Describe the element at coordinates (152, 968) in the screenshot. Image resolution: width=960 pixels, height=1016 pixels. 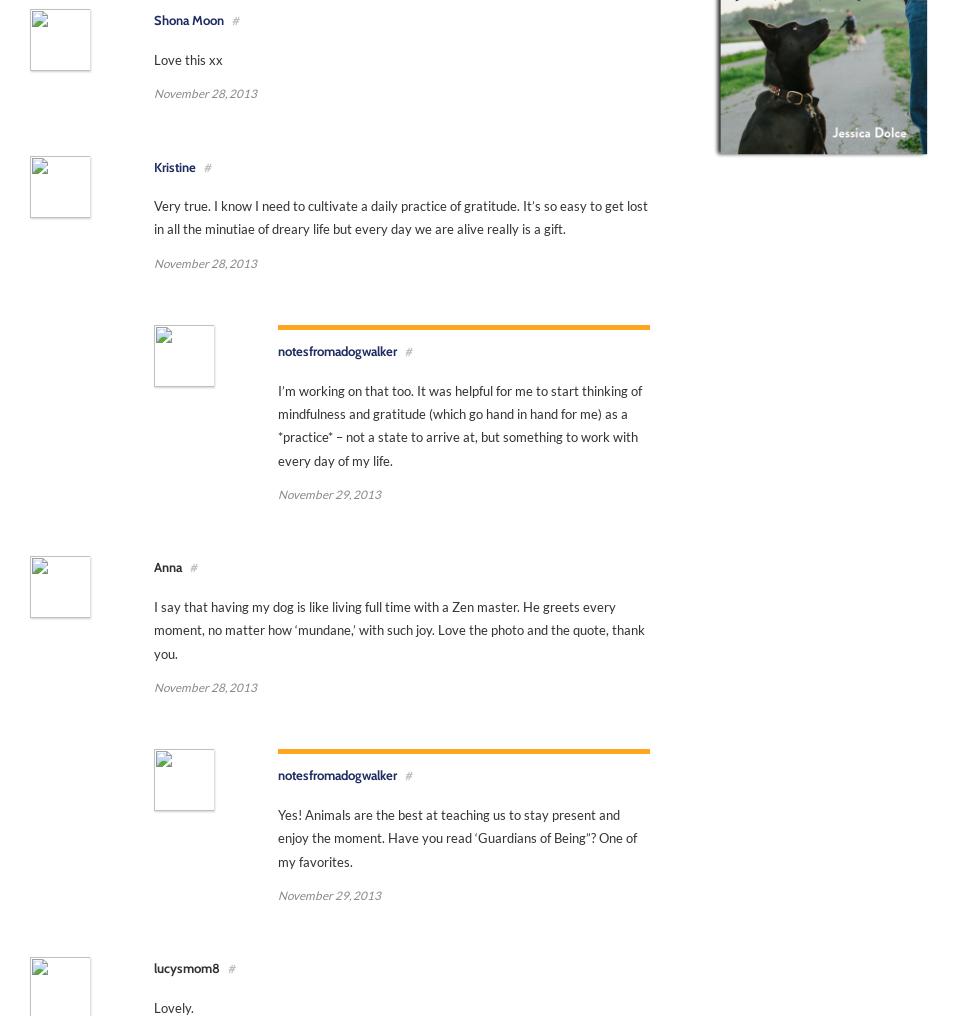
I see `'lucysmom8'` at that location.